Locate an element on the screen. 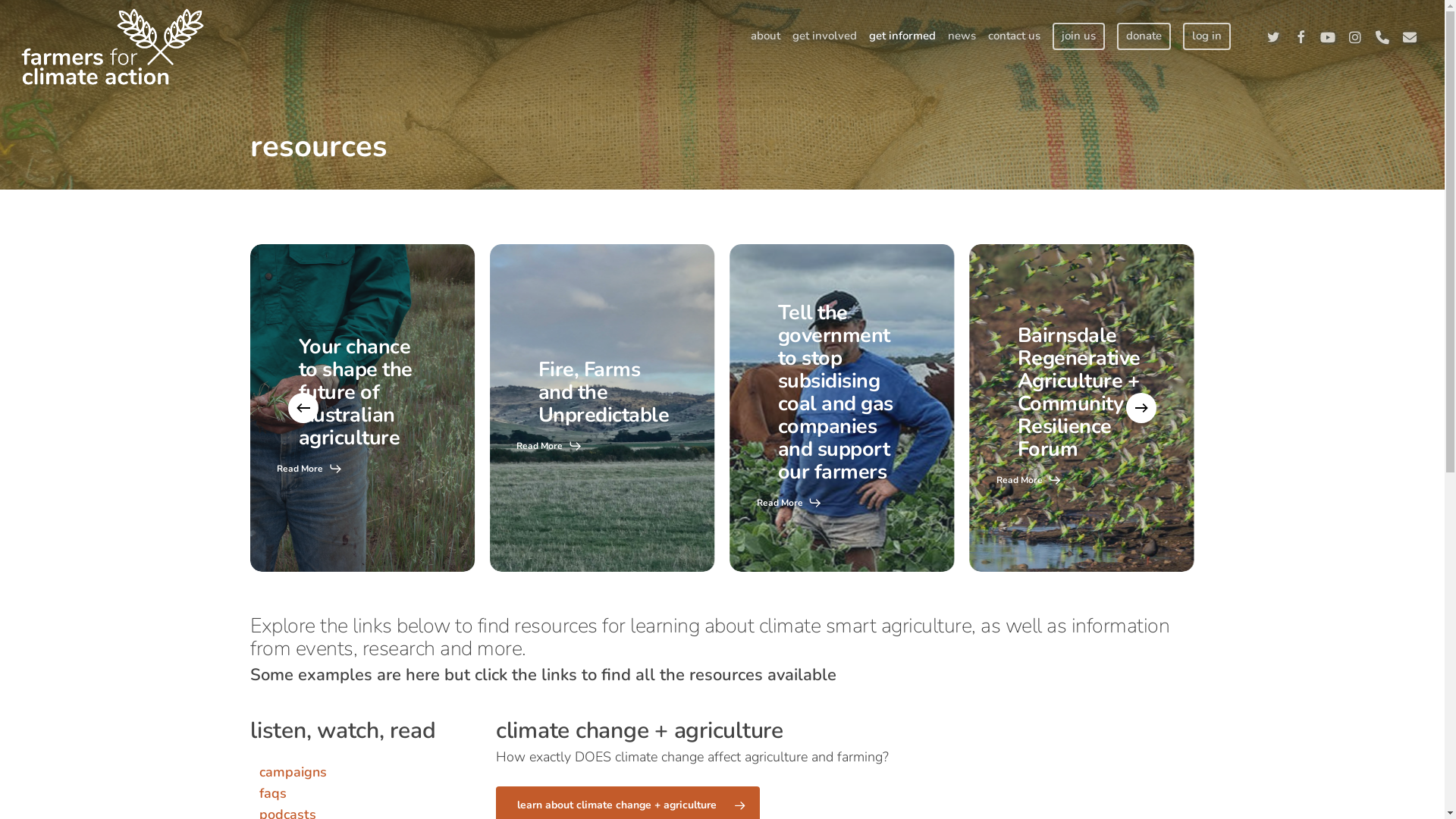 The height and width of the screenshot is (819, 1456). 'contact us' is located at coordinates (1014, 35).